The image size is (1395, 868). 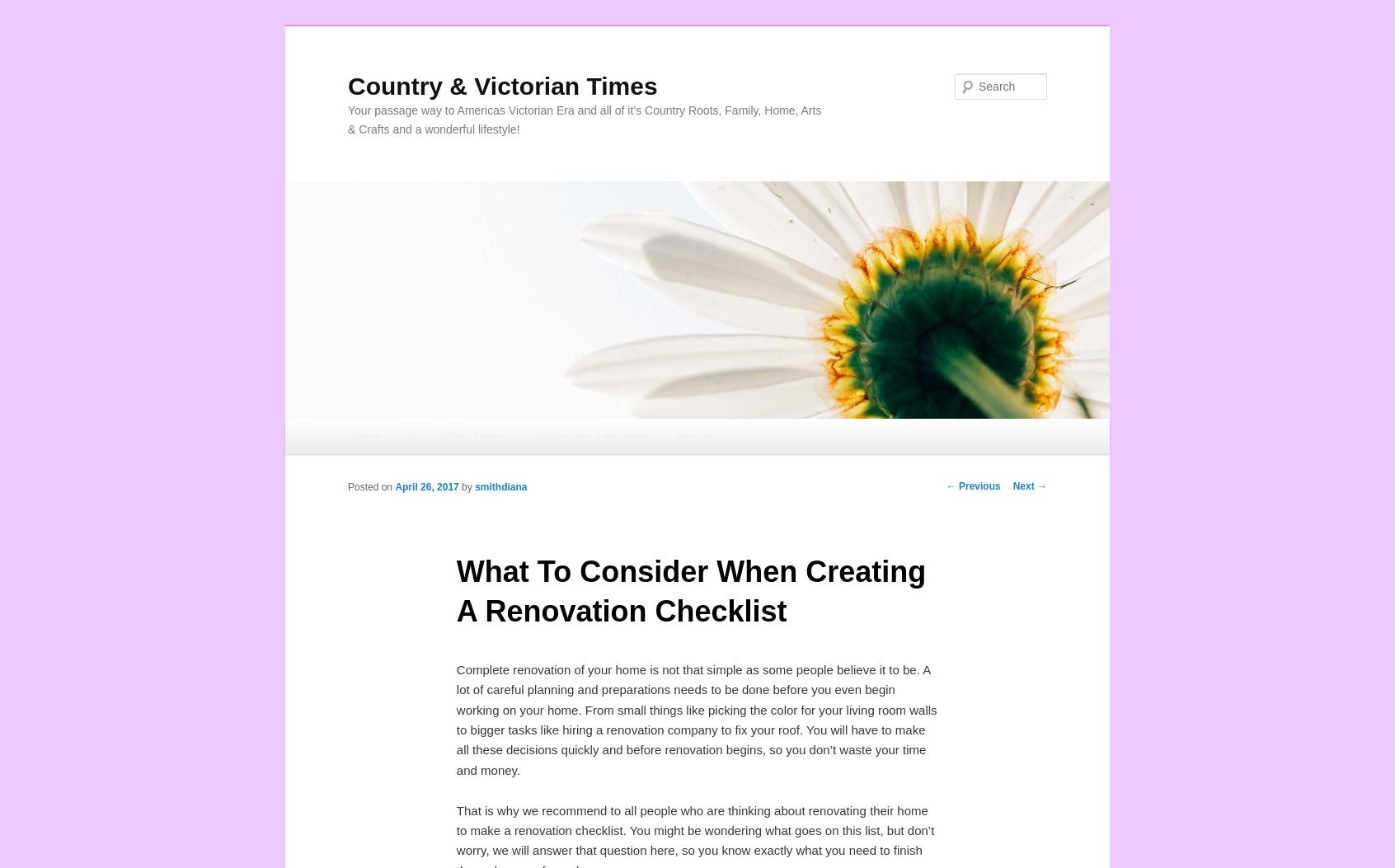 I want to click on 'Complete renovation of your home is not that simple as some people believe it to be. A lot of careful planning and preparations needs to be done before you even begin working on your home. From small things like picking the color for your living room walls to bigger tasks like hiring a renovation company to fix your roof. You will have to make all these decisions quickly and before renovation begins, so you don’t waste your time and money.', so click(x=696, y=719).